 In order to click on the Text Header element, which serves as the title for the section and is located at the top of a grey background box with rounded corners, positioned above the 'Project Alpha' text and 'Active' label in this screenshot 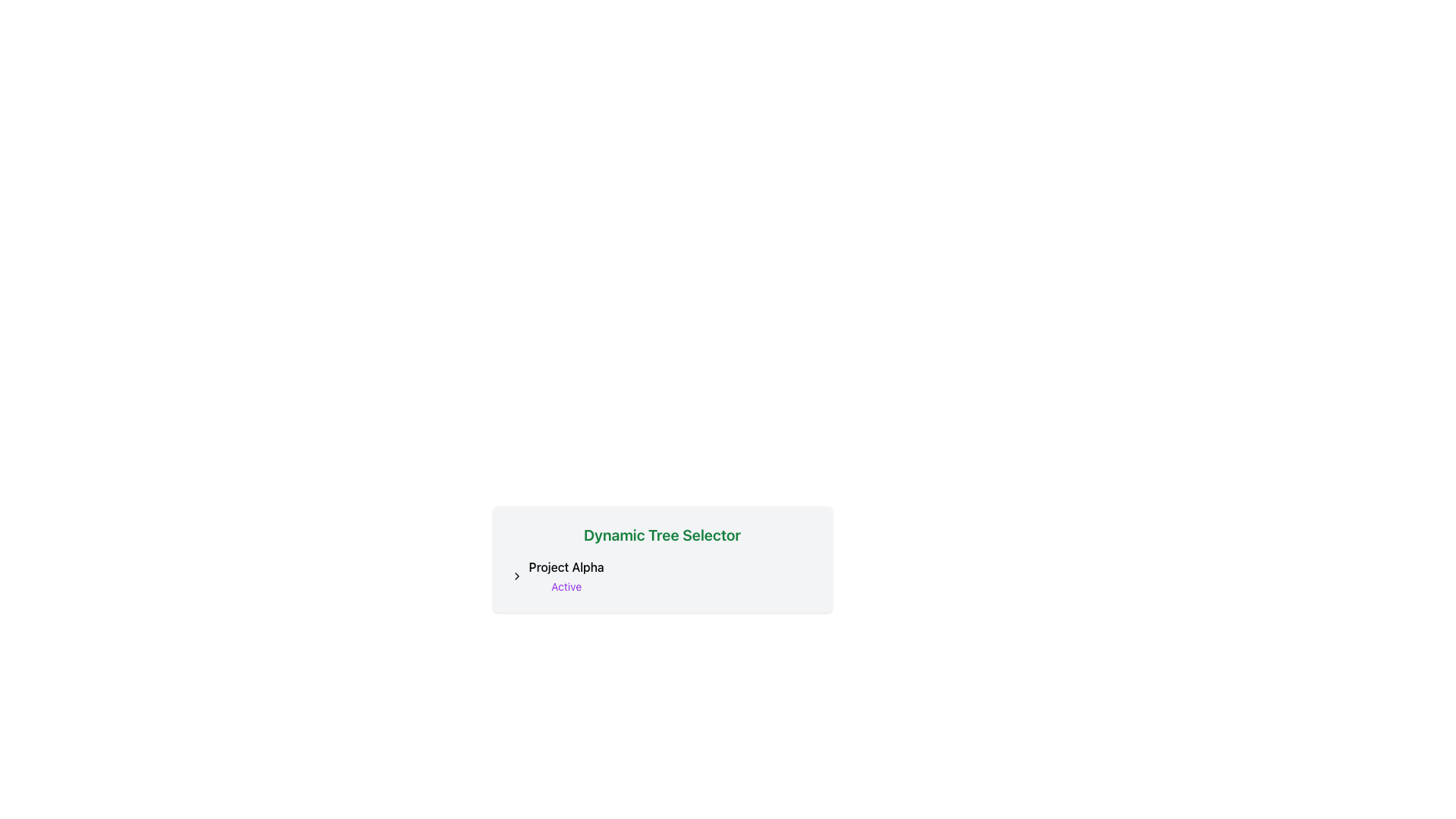, I will do `click(662, 534)`.